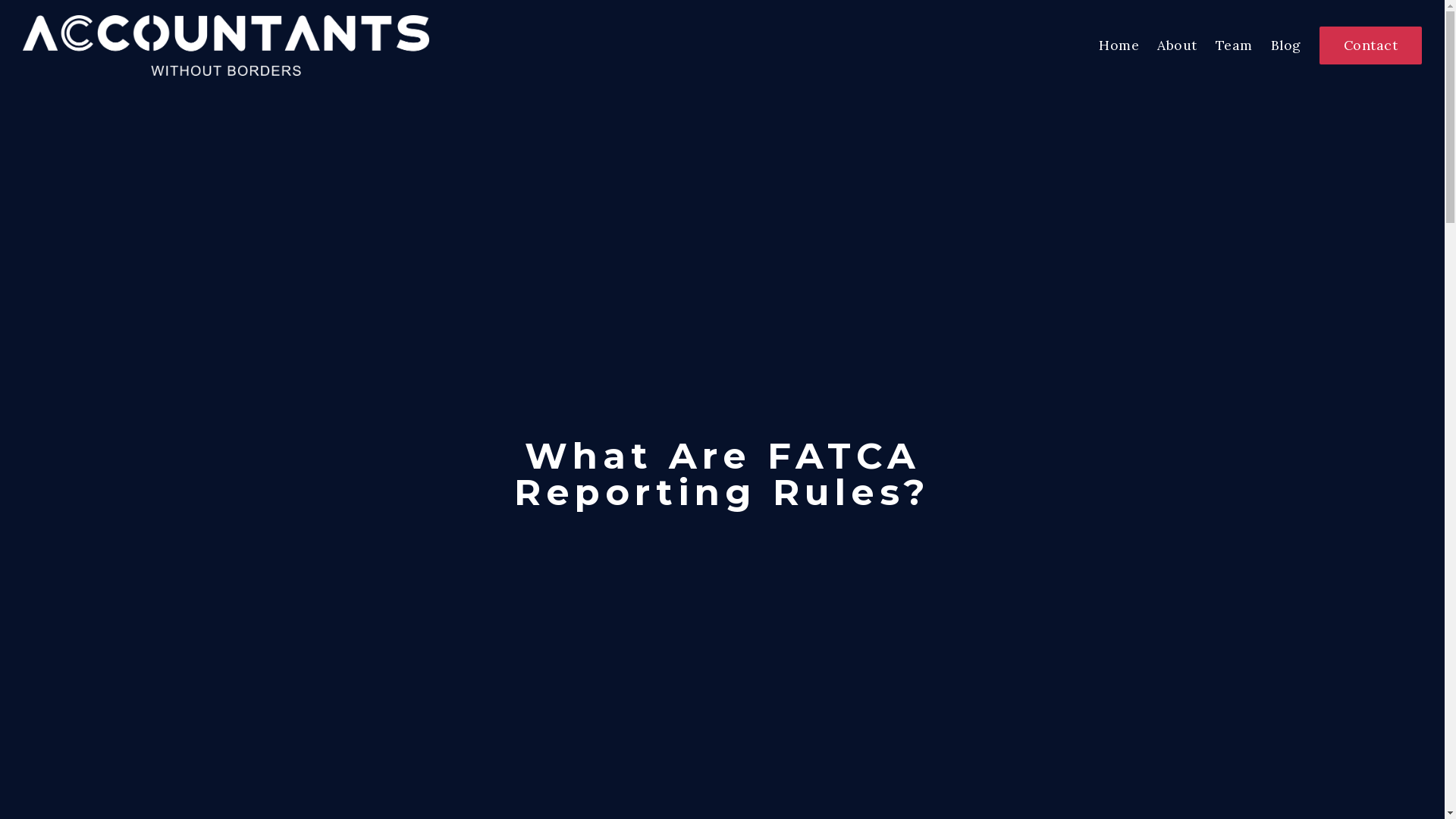  Describe the element at coordinates (1119, 44) in the screenshot. I see `'Home'` at that location.